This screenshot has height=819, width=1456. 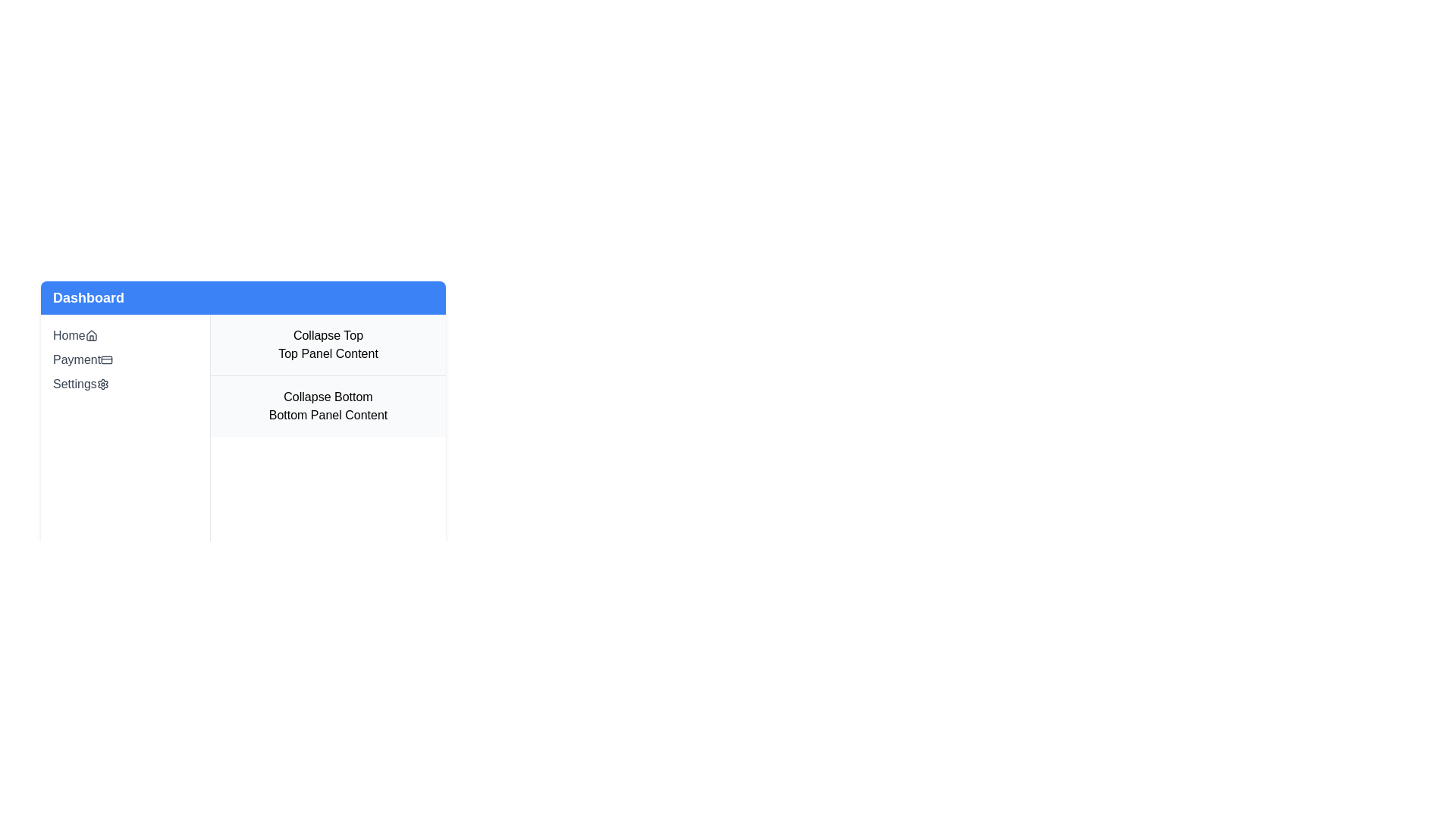 What do you see at coordinates (125, 359) in the screenshot?
I see `the 'Payment' navigation link in the left sidebar menu` at bounding box center [125, 359].